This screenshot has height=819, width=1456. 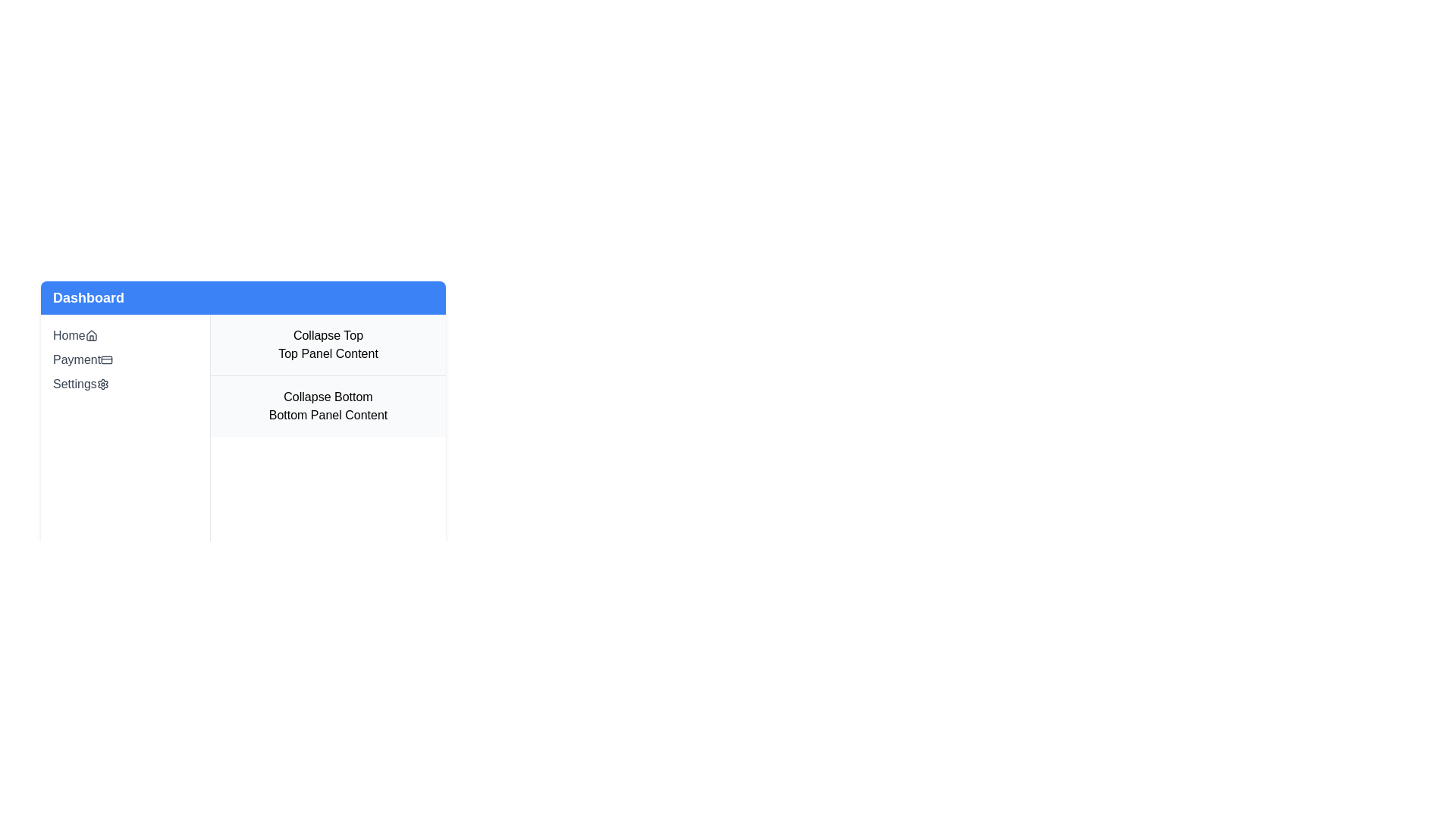 What do you see at coordinates (125, 359) in the screenshot?
I see `the 'Payment' navigation link in the left sidebar menu` at bounding box center [125, 359].